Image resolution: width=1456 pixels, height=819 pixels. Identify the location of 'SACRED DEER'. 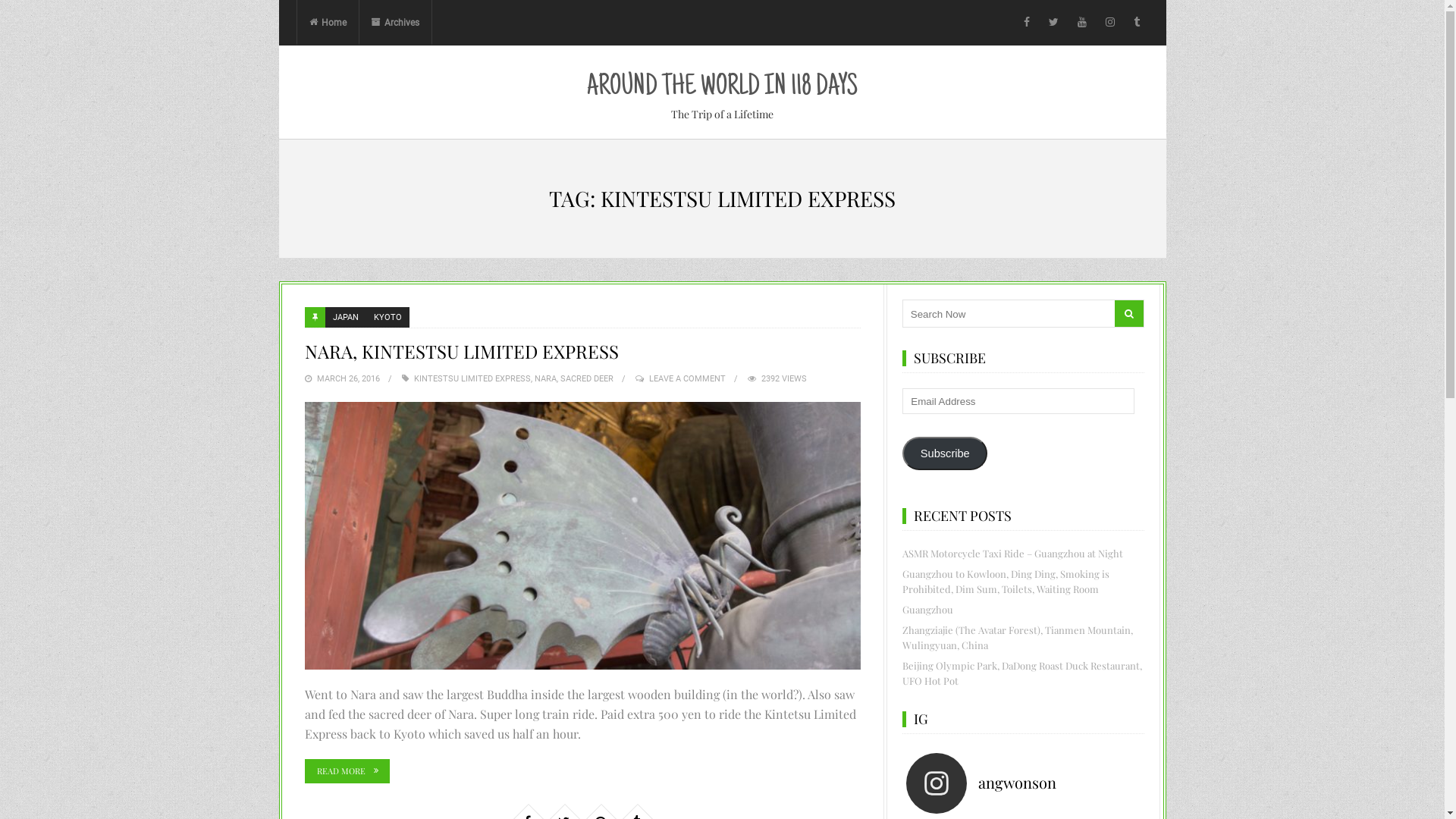
(585, 378).